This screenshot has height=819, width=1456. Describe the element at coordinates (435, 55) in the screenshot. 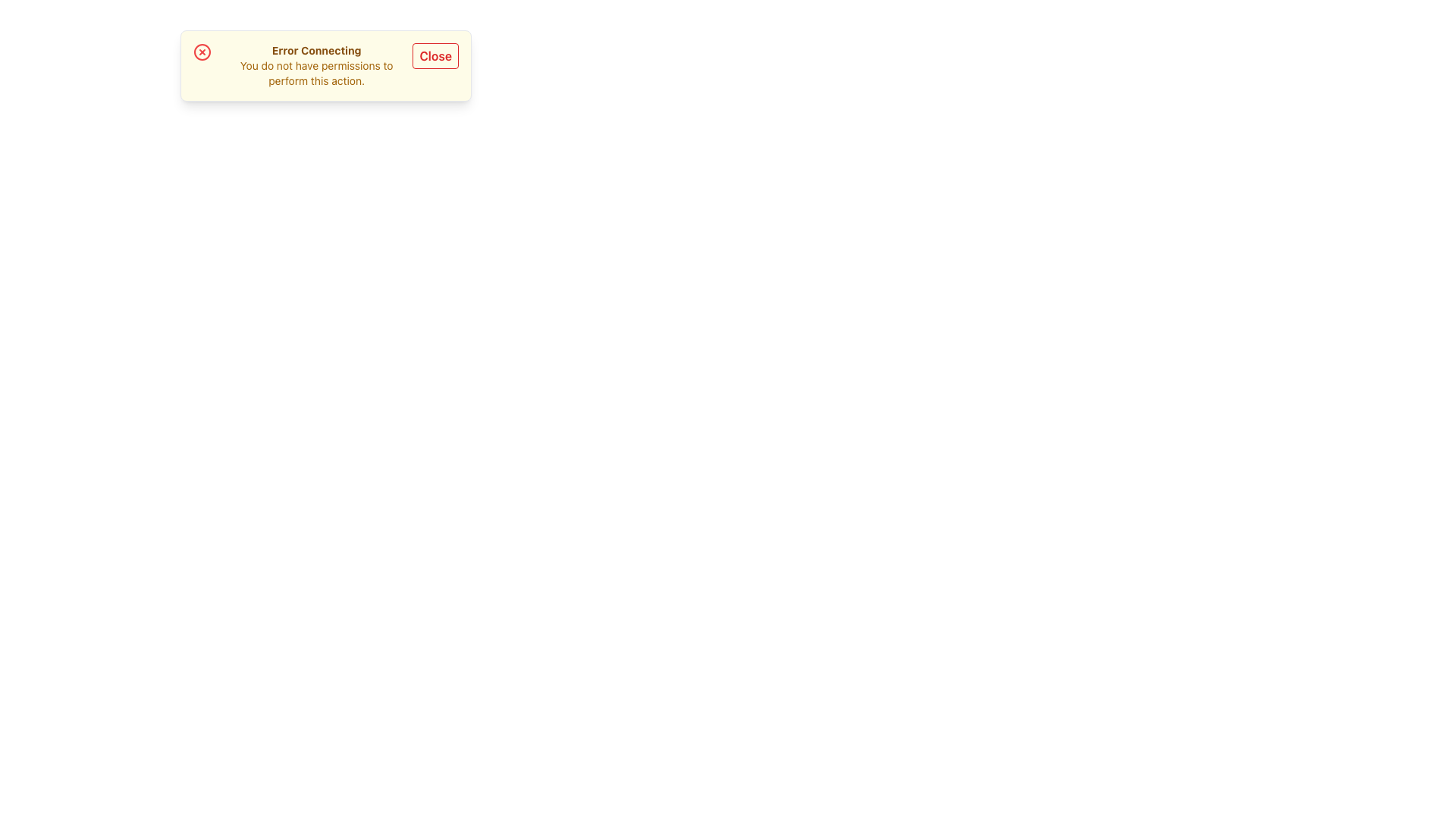

I see `the 'Close' button with red text and border located at the top-right corner of the notification header` at that location.